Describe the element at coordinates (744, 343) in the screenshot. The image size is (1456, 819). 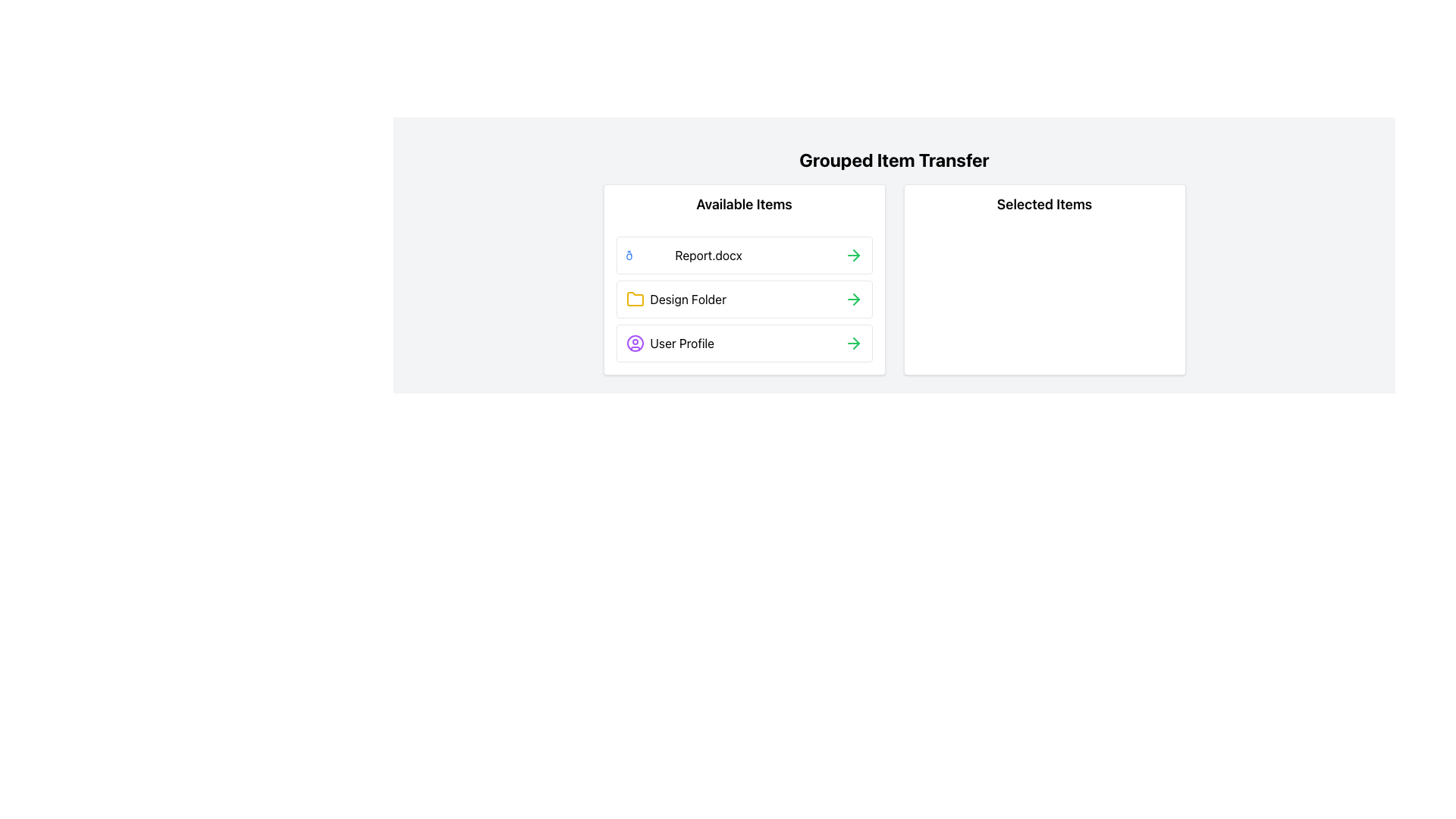
I see `the user profile item in the 'Available Items' section` at that location.